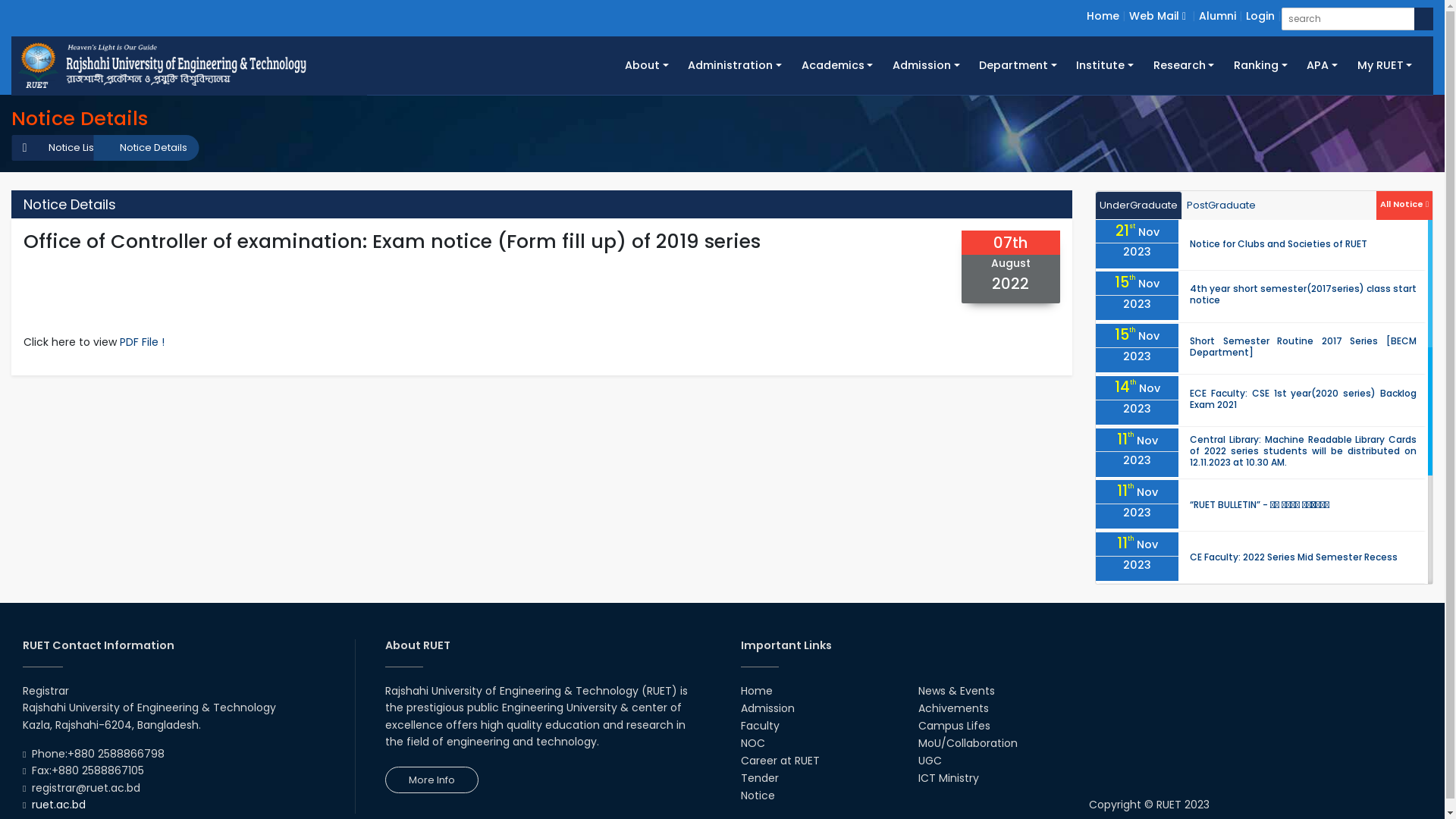 The width and height of the screenshot is (1456, 819). What do you see at coordinates (952, 708) in the screenshot?
I see `'Achivements'` at bounding box center [952, 708].